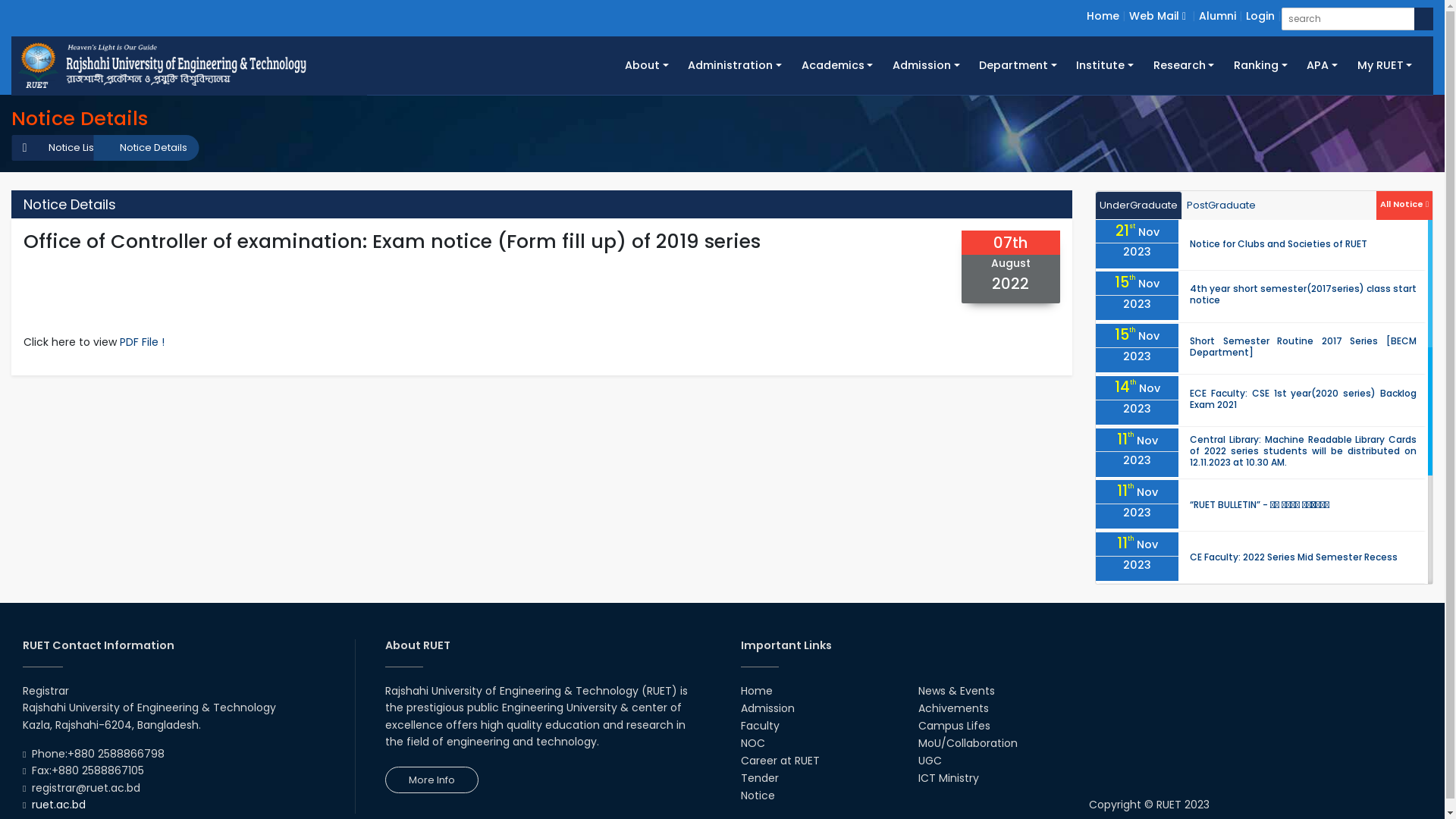 The width and height of the screenshot is (1456, 819). What do you see at coordinates (952, 708) in the screenshot?
I see `'Achivements'` at bounding box center [952, 708].